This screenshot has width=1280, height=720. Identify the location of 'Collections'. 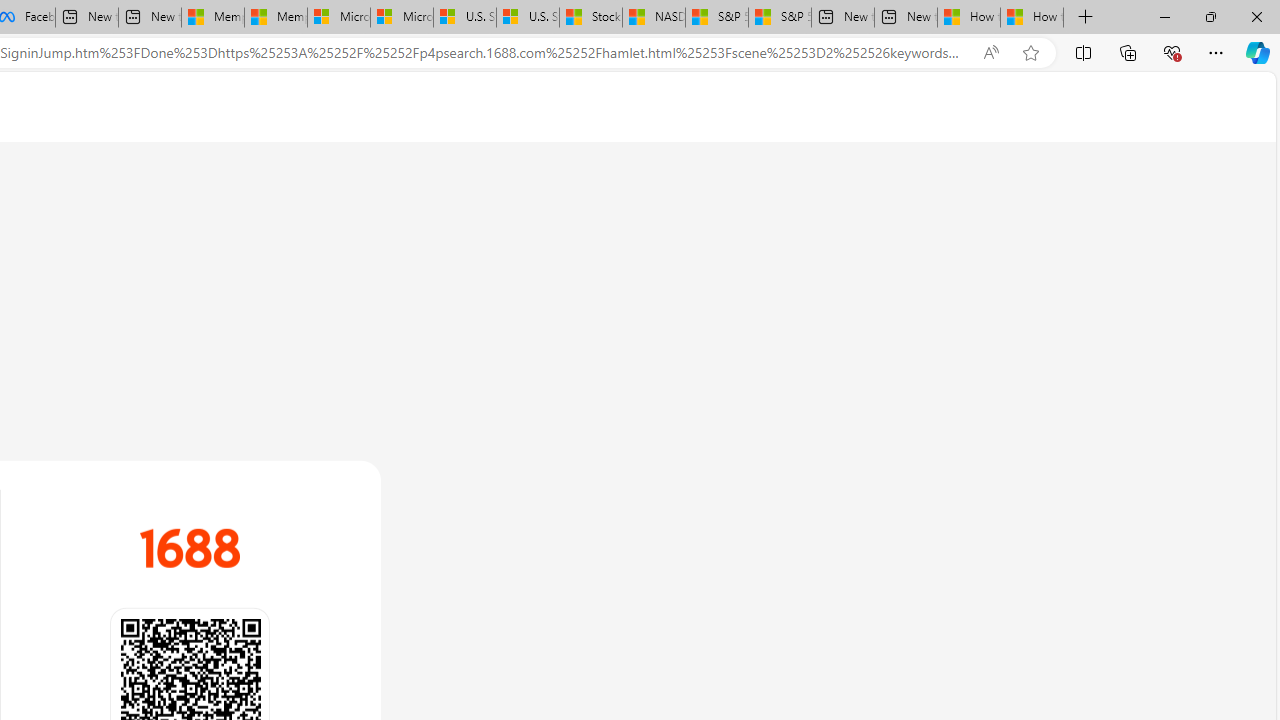
(1128, 51).